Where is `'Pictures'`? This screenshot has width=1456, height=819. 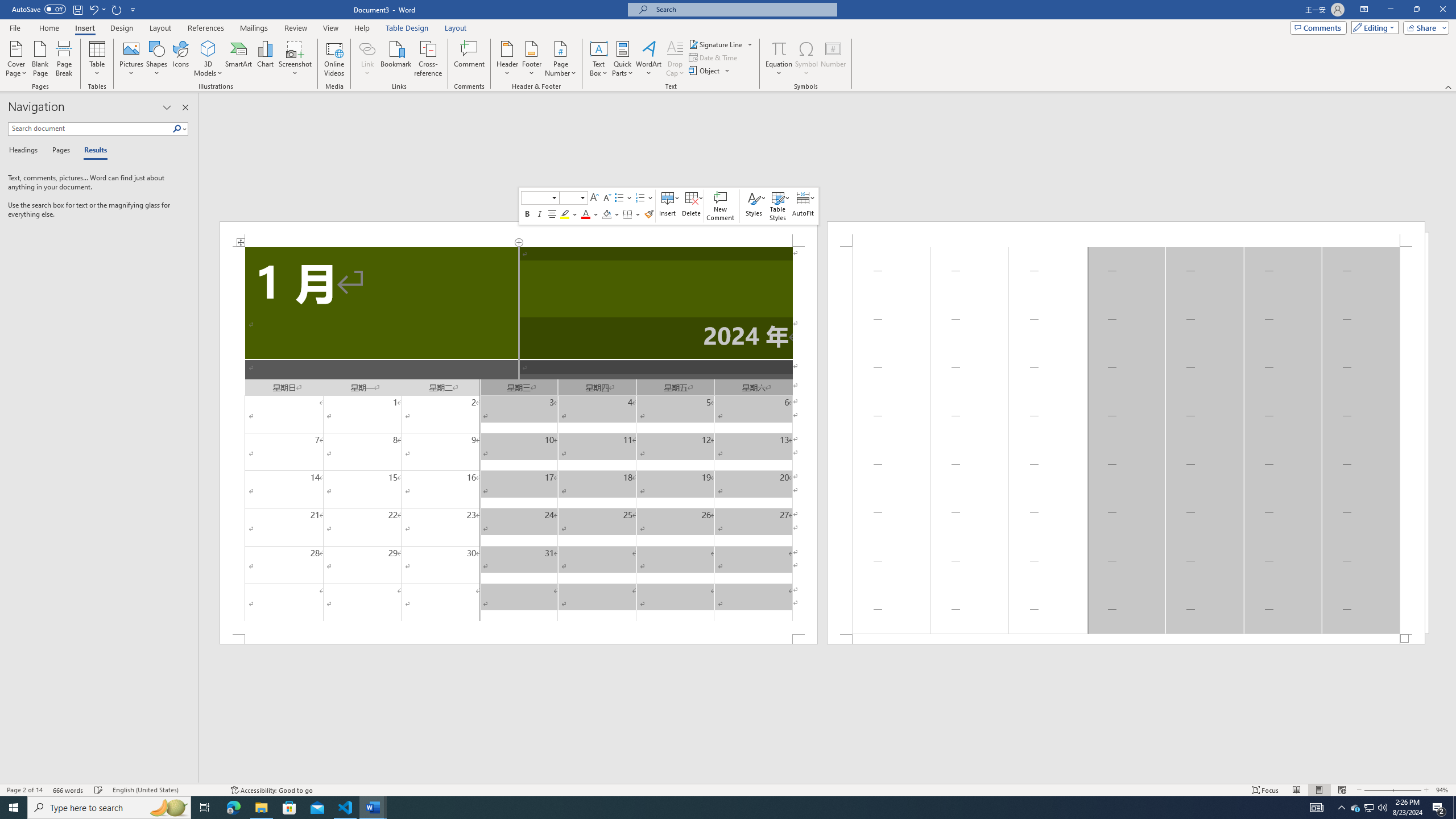
'Pictures' is located at coordinates (131, 59).